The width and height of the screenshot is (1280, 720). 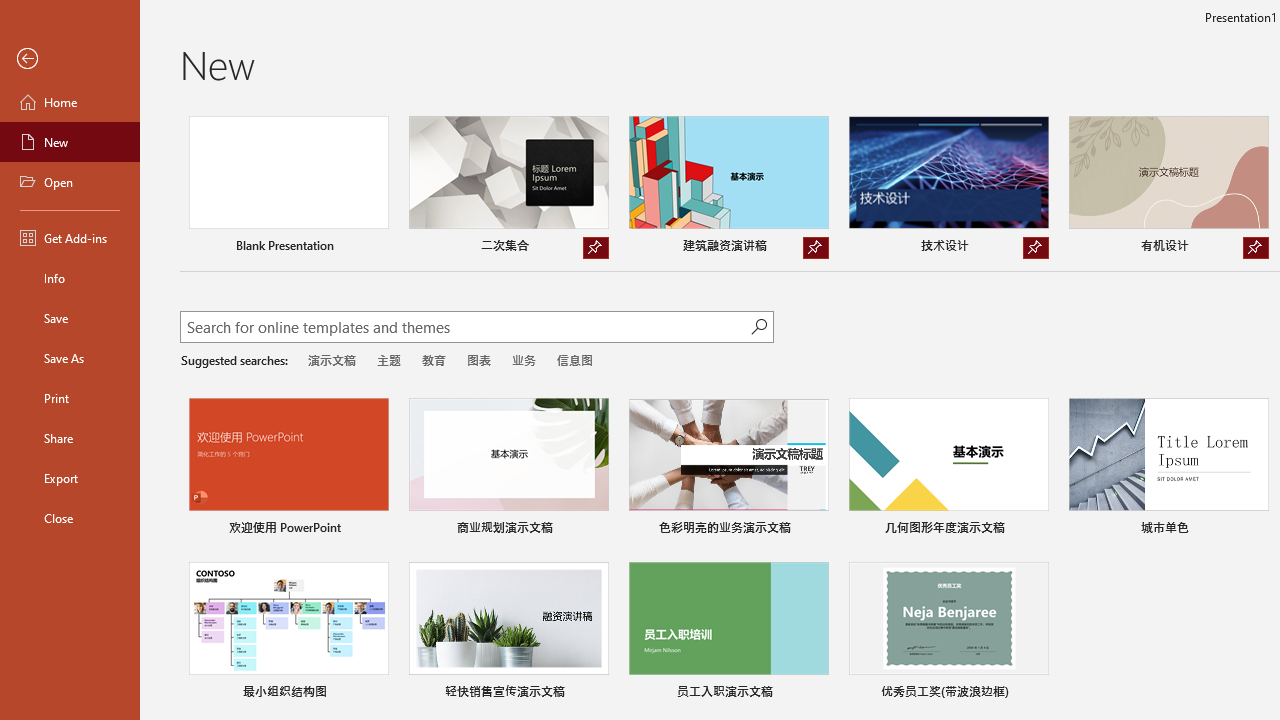 What do you see at coordinates (69, 58) in the screenshot?
I see `'Back'` at bounding box center [69, 58].